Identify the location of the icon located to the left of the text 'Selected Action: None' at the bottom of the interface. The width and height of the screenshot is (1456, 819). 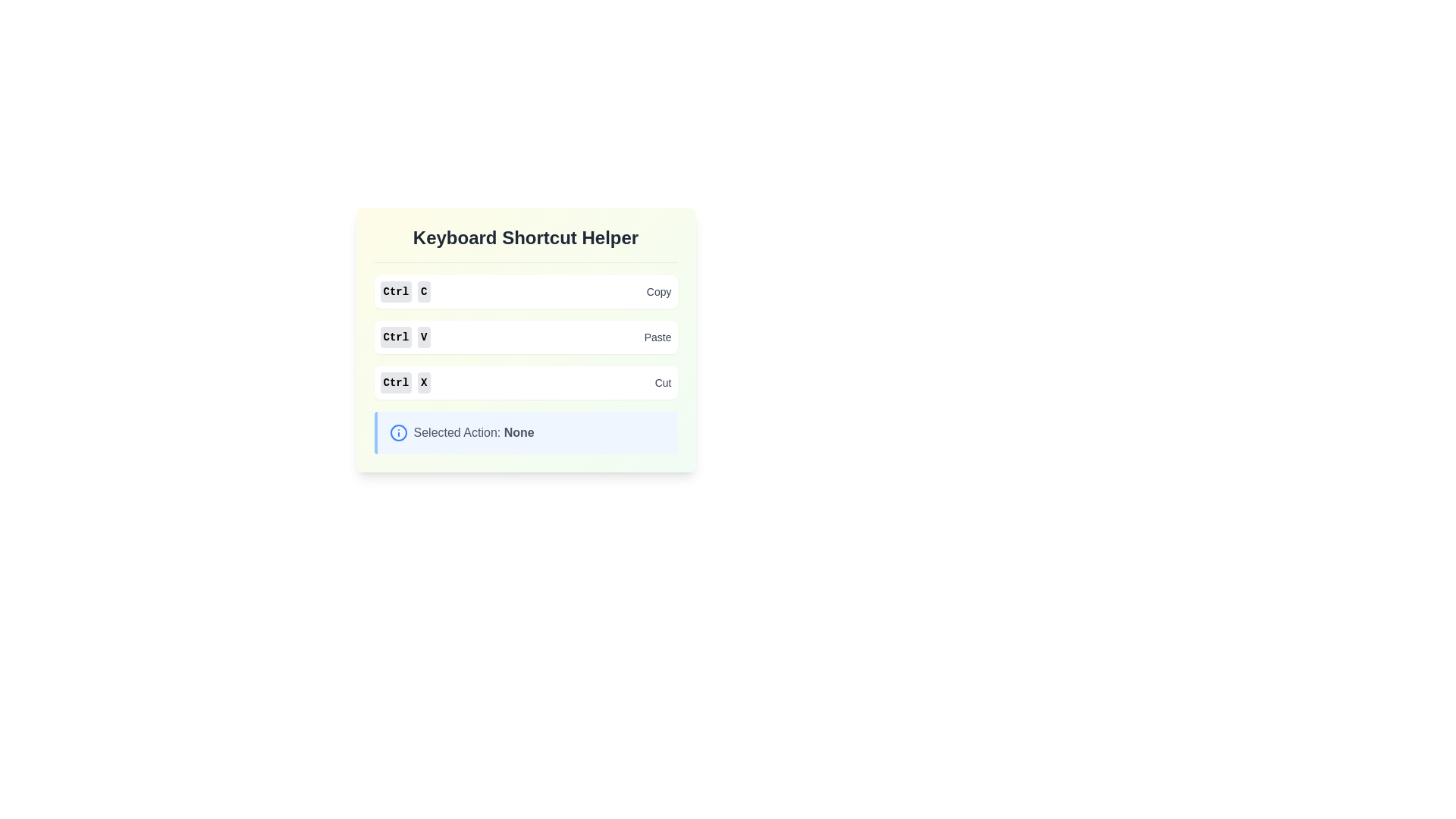
(398, 432).